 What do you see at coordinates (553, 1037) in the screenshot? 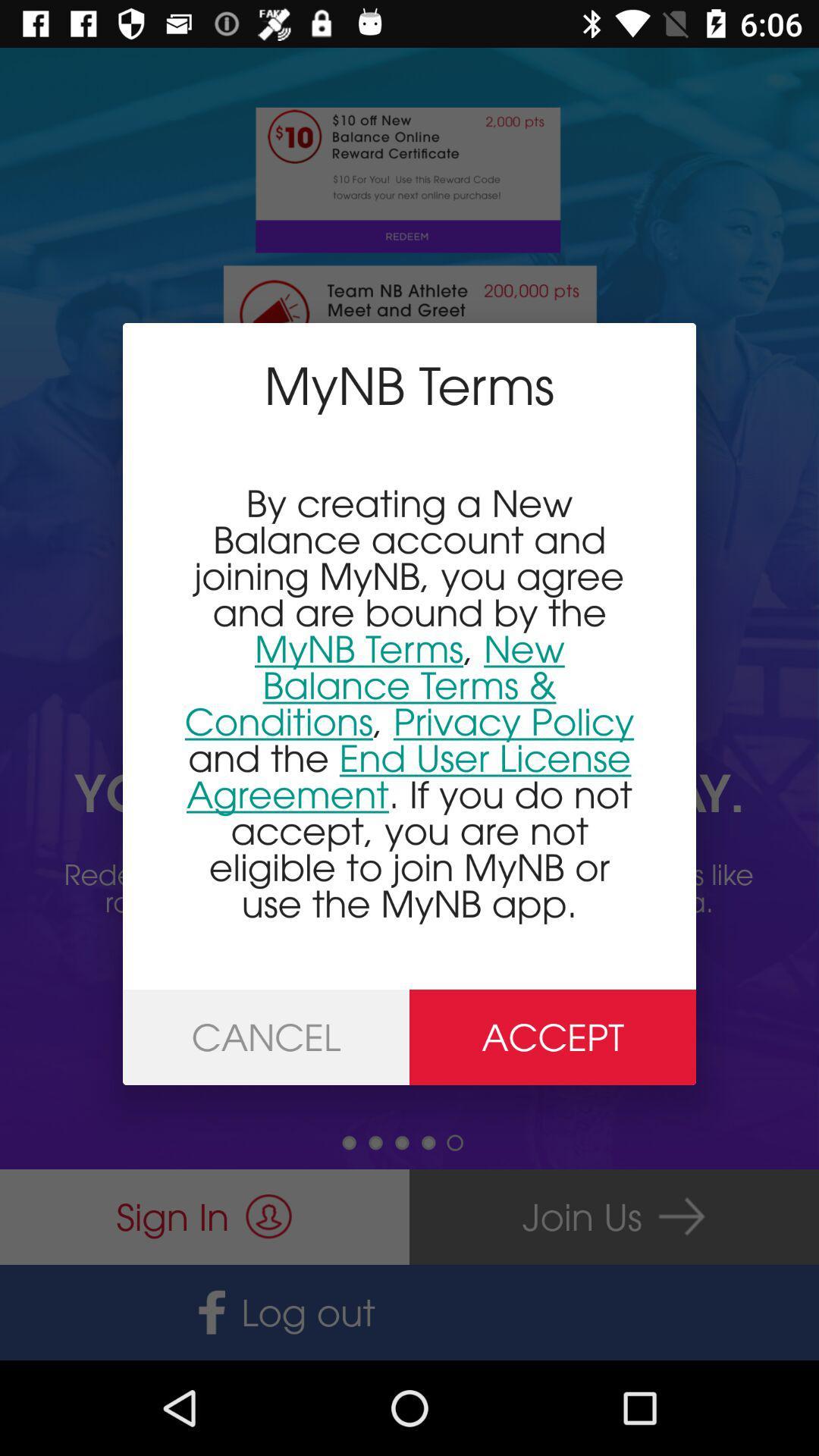
I see `the item to the right of cancel item` at bounding box center [553, 1037].